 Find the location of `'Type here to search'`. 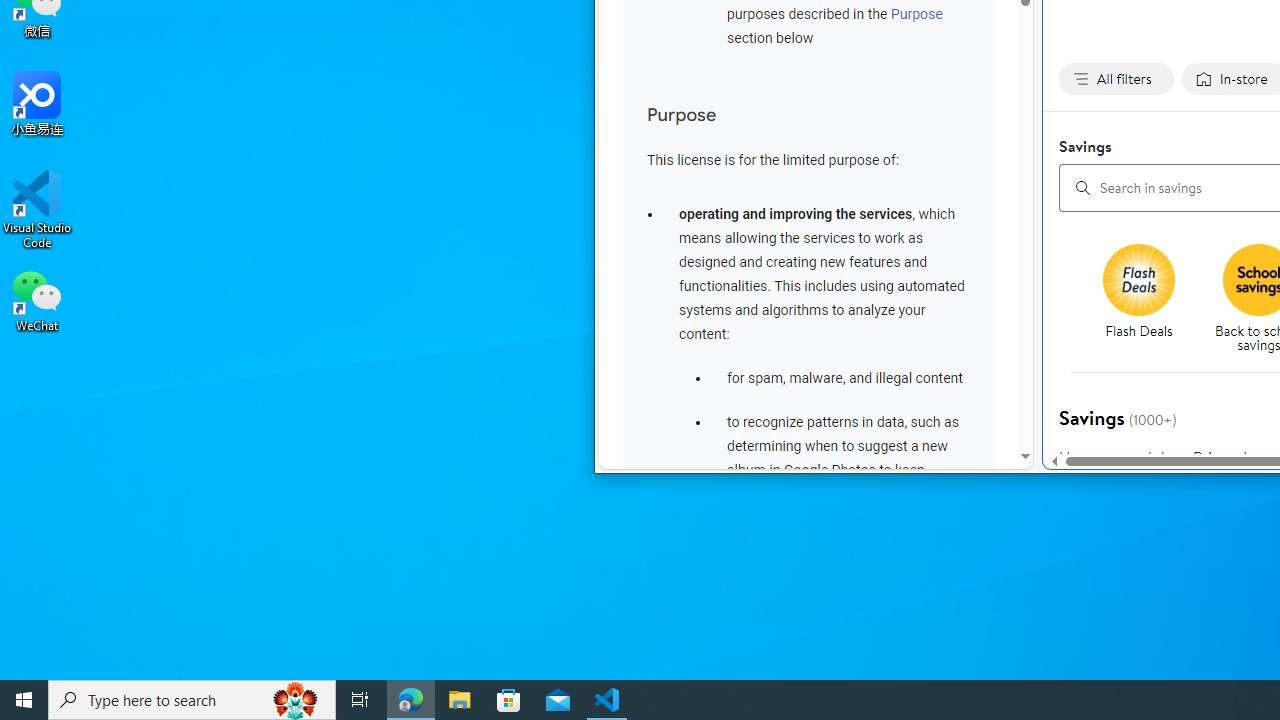

'Type here to search' is located at coordinates (192, 698).